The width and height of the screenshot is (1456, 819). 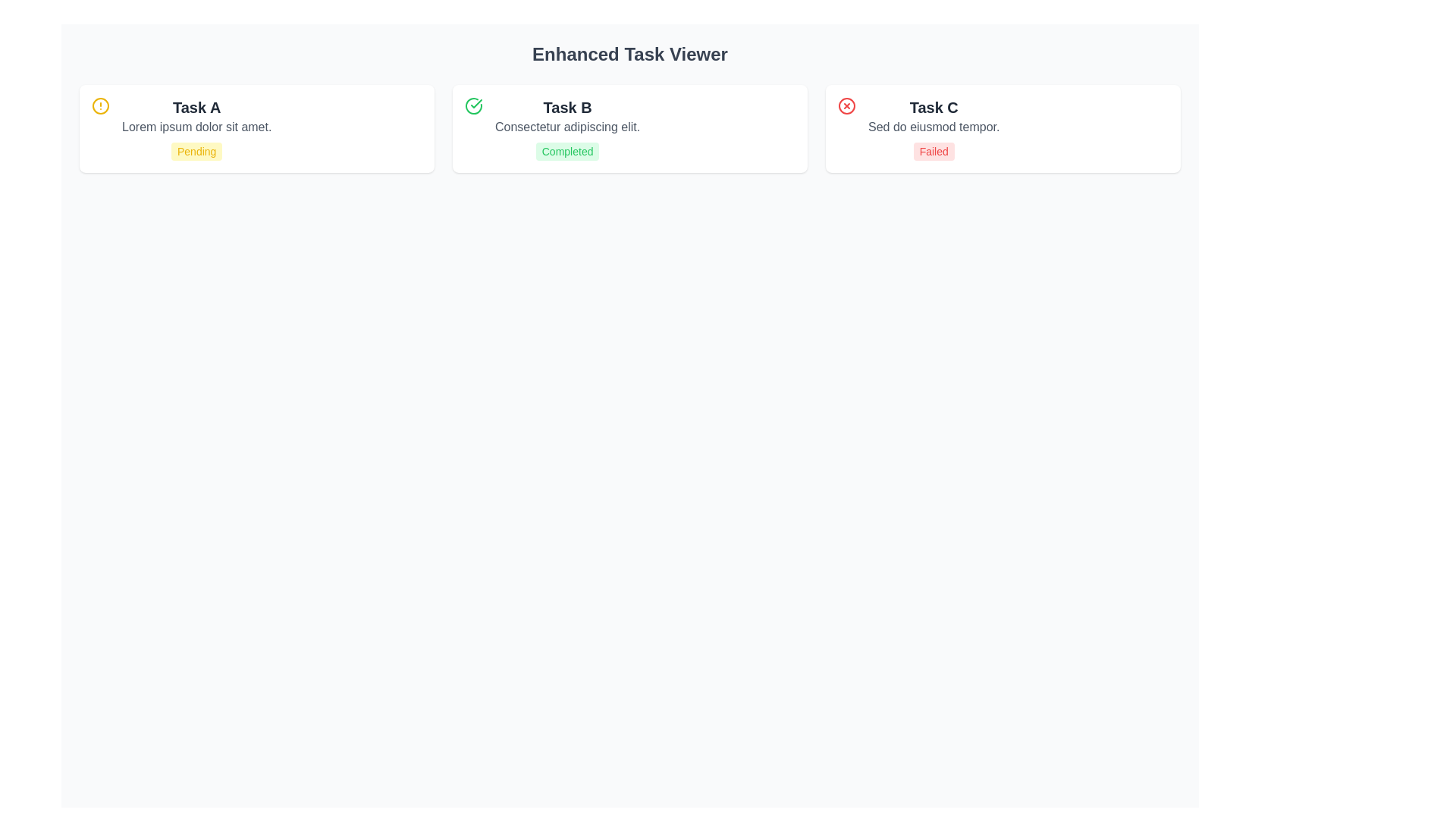 I want to click on the alert icon located in the upper left corner of the card labeled 'Task A', which serves as a visual indicator of the task's status, so click(x=100, y=105).